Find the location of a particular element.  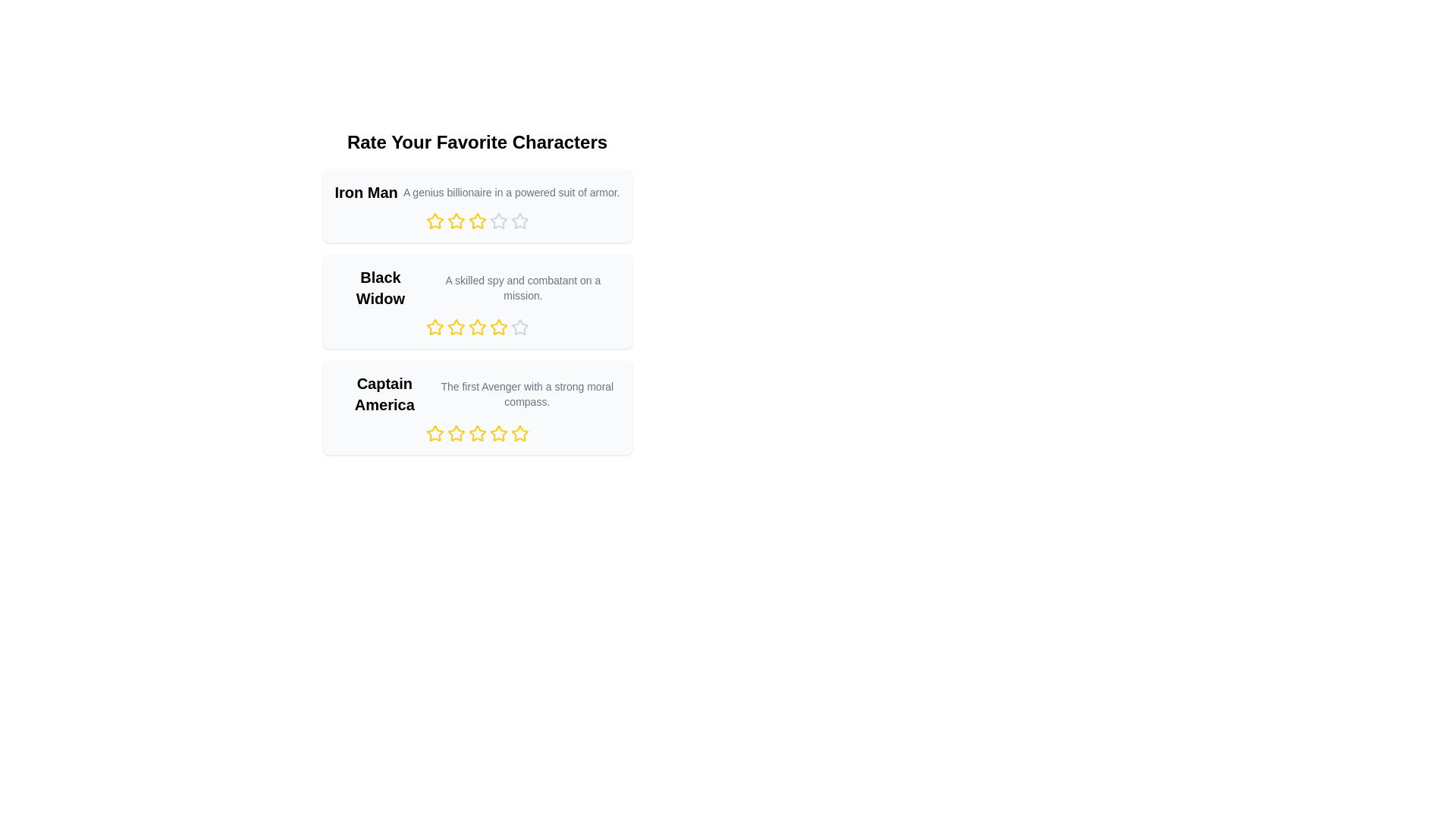

the second yellow star icon in the rating row under 'Captain America' to observe the scaling animation effect is located at coordinates (455, 433).